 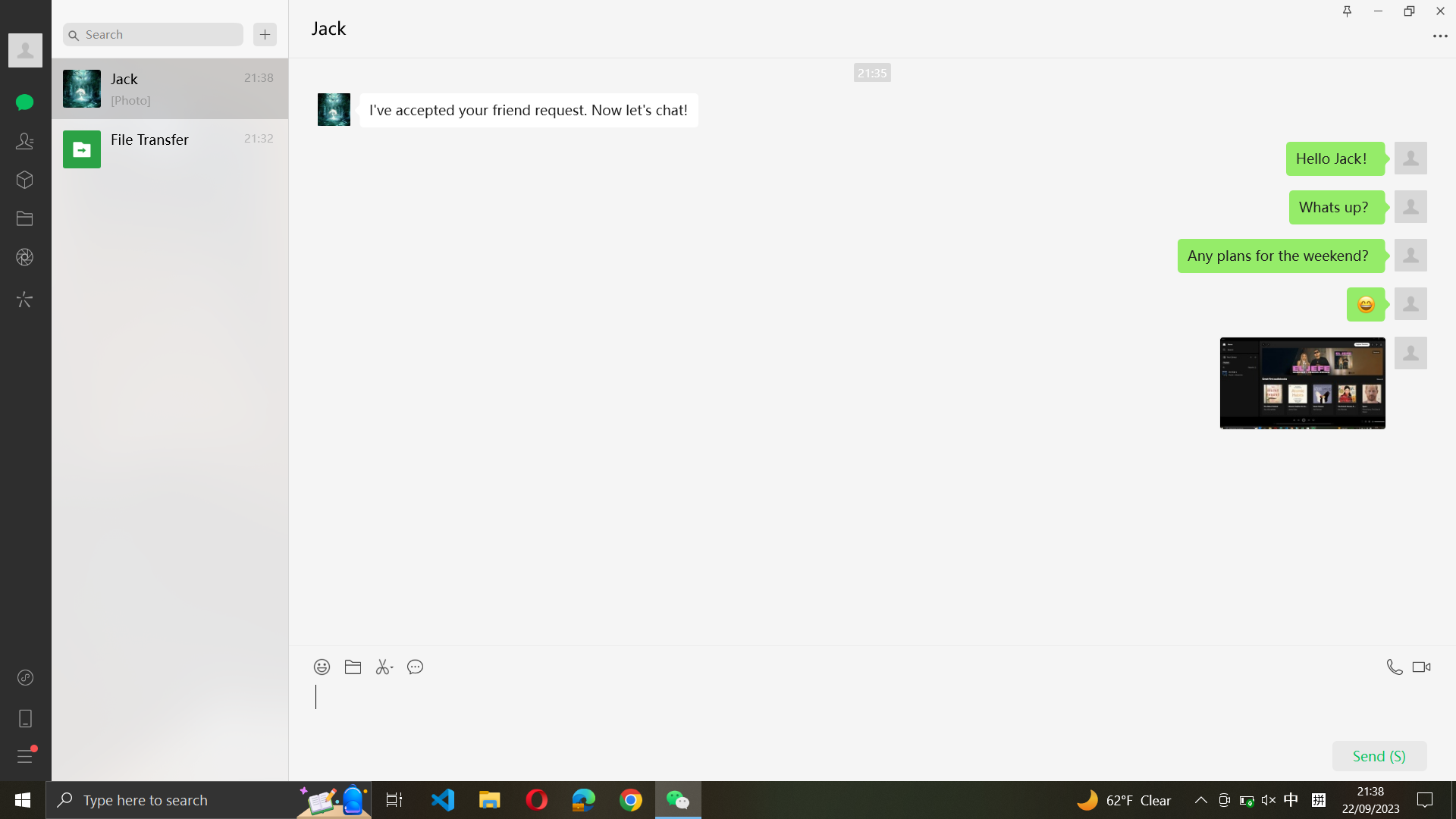 What do you see at coordinates (152, 33) in the screenshot?
I see `Search for Jack in chats` at bounding box center [152, 33].